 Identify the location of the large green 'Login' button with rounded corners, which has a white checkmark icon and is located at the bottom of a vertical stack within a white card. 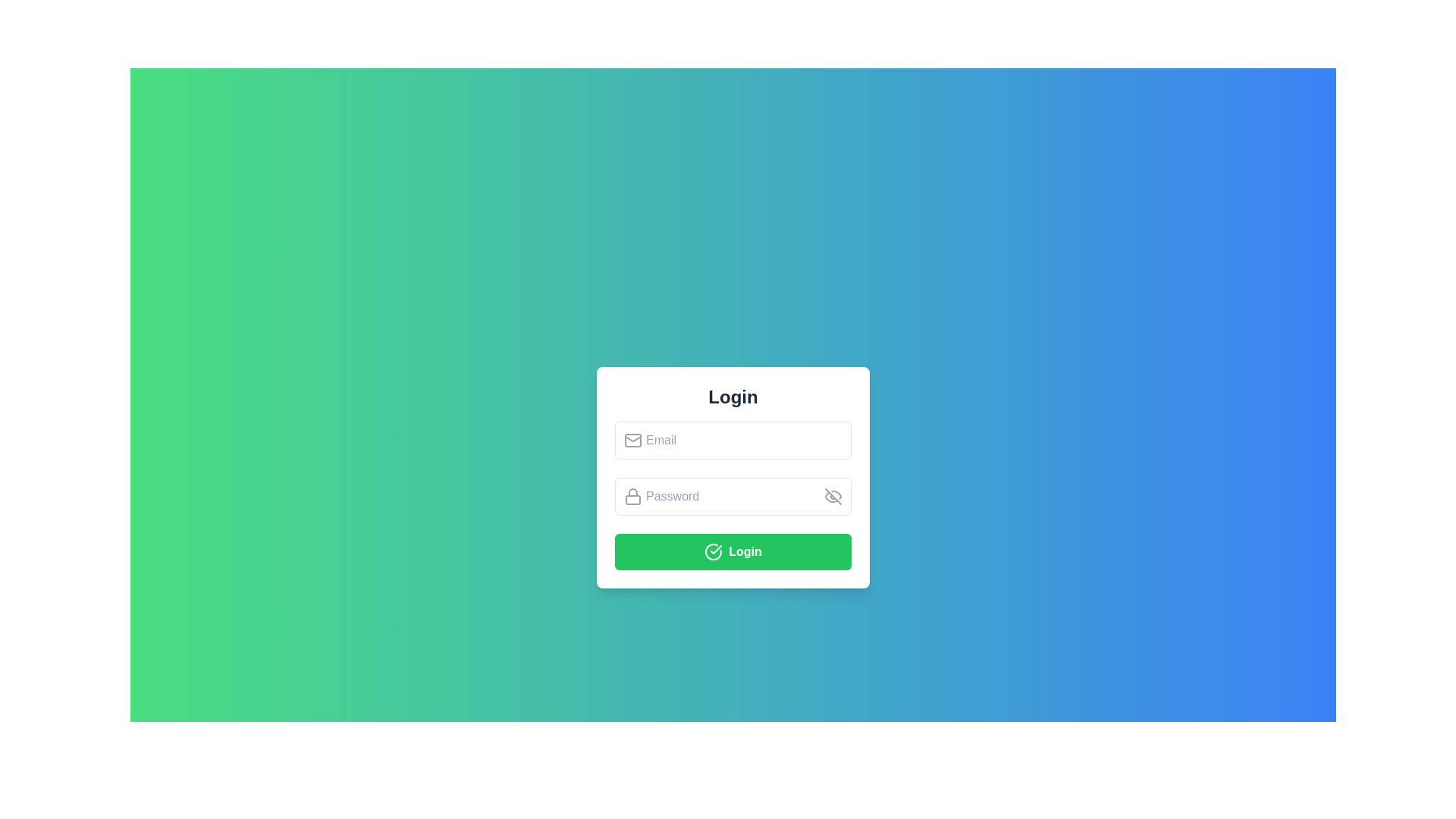
(733, 551).